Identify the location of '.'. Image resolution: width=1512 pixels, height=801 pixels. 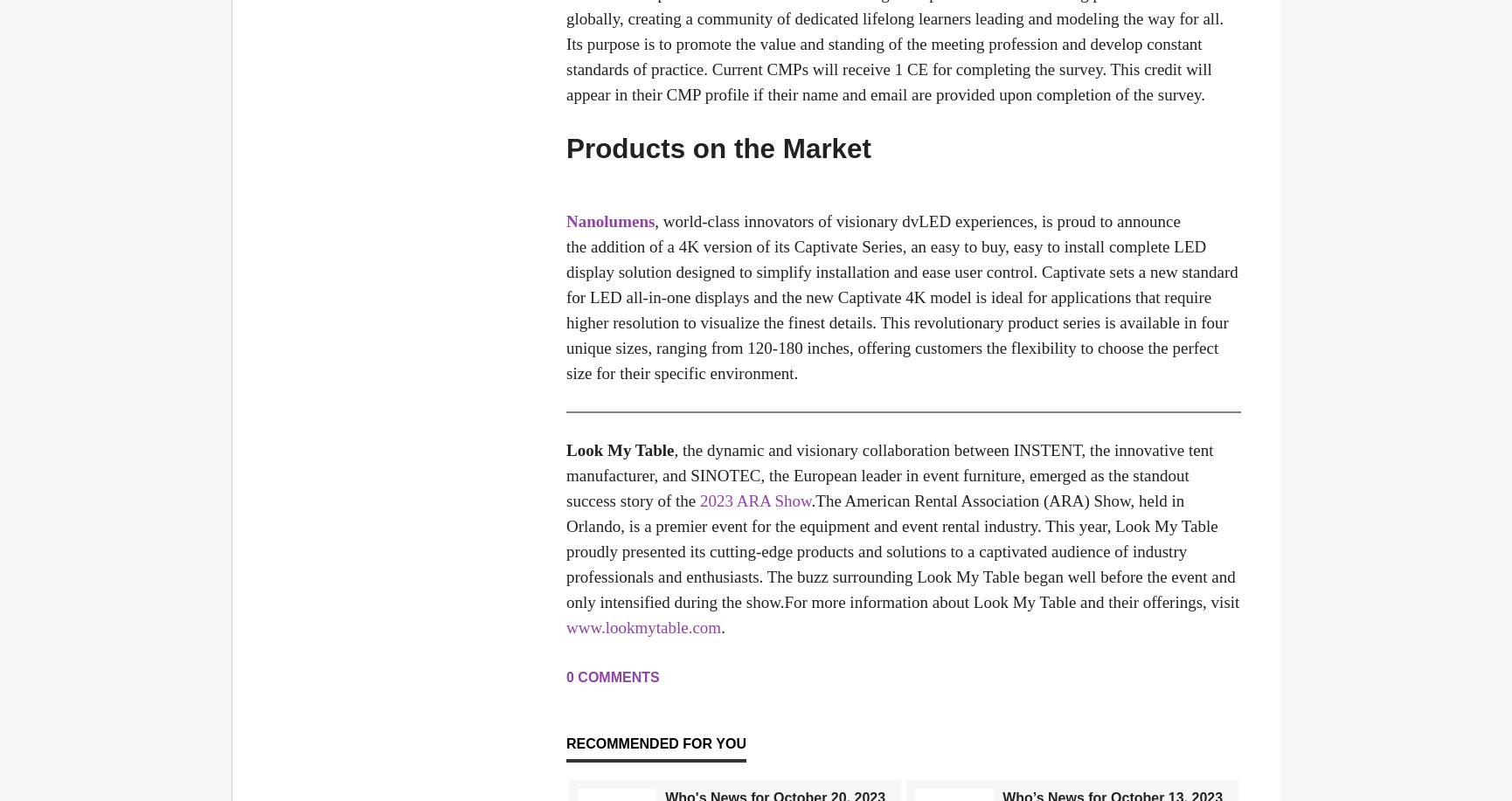
(721, 627).